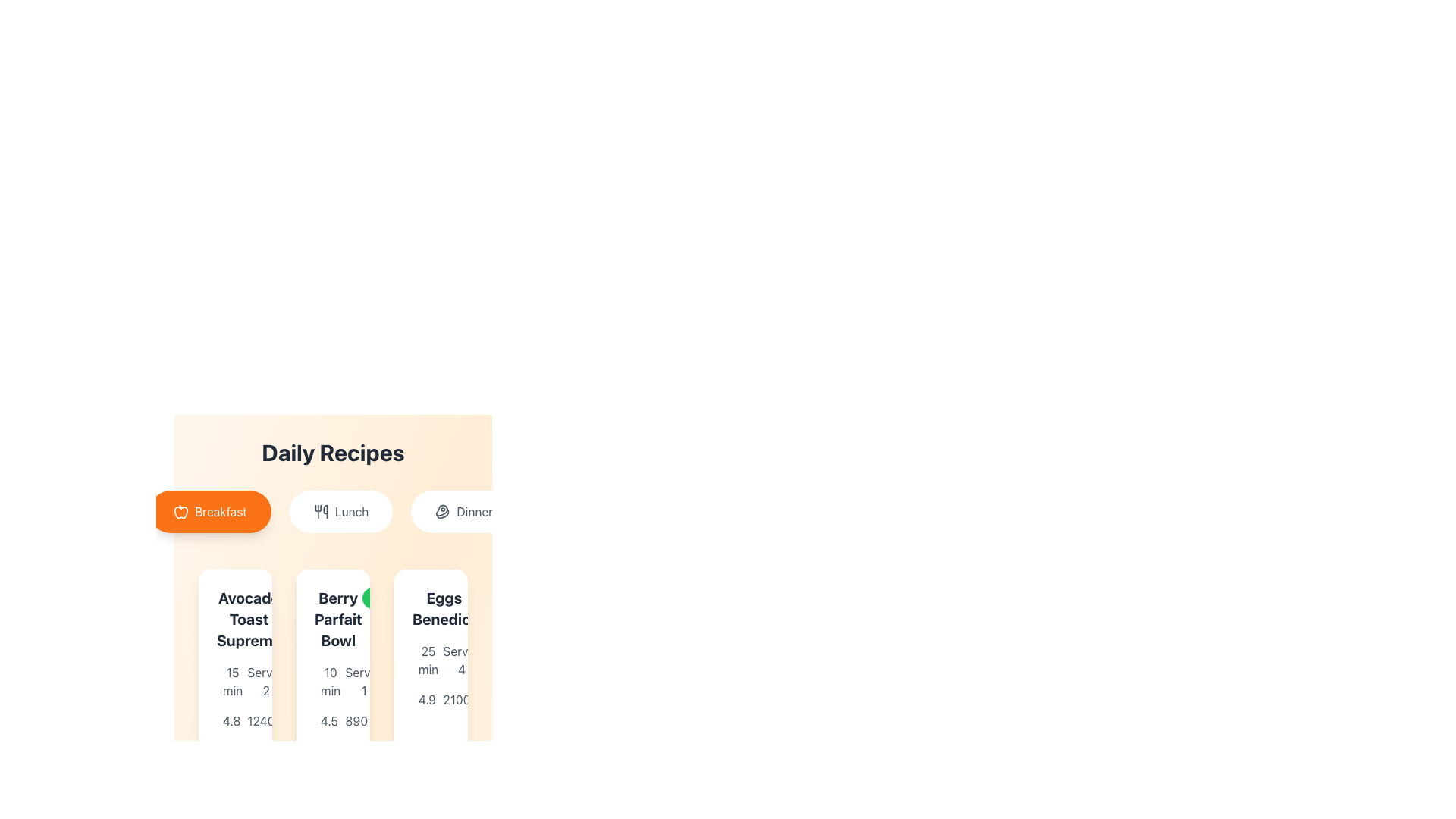 This screenshot has width=1456, height=819. I want to click on the static text displaying '10 min' with an orange clock icon, located under the 'Berry Parfait Bowl' heading, so click(332, 696).